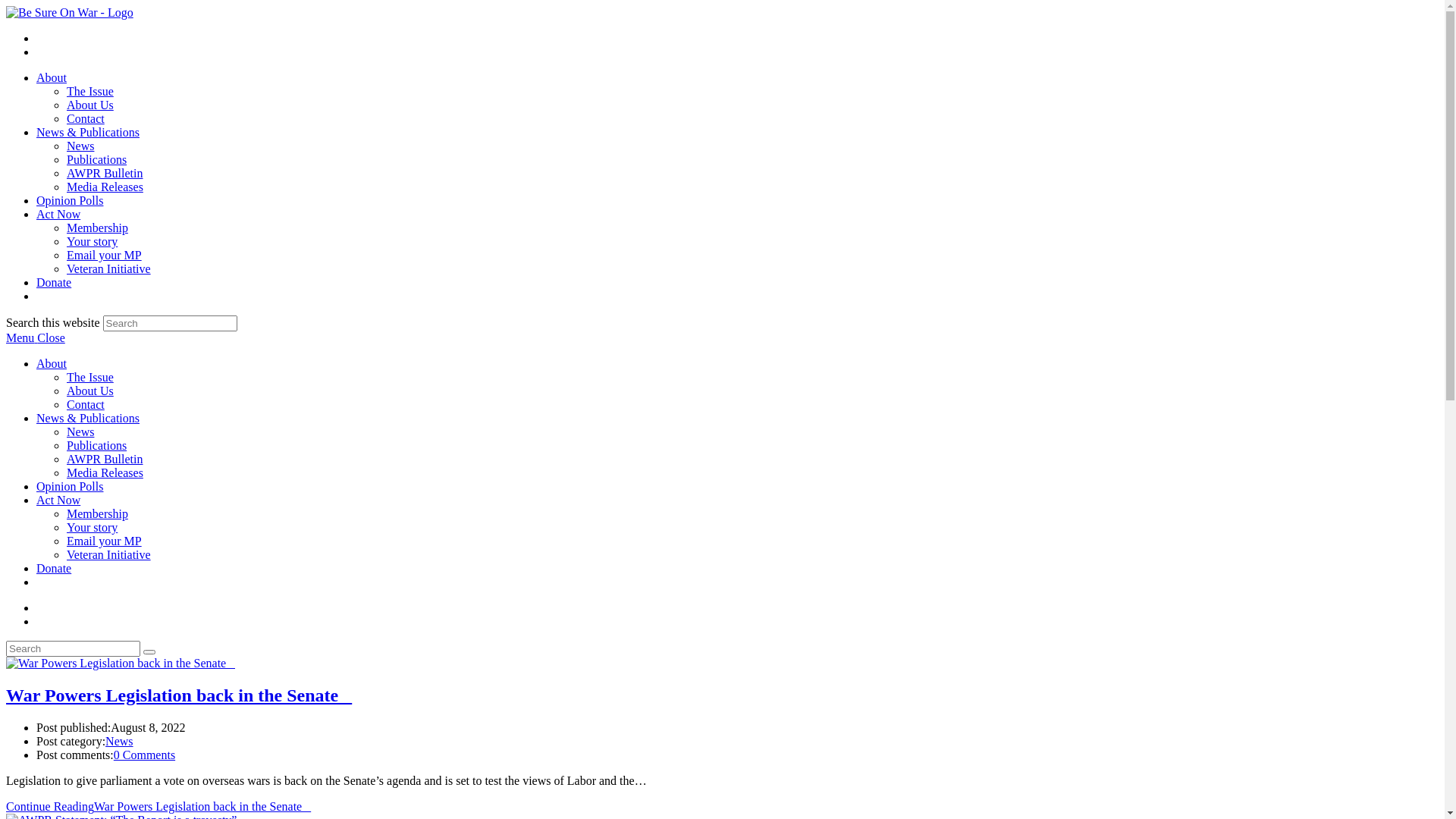 The width and height of the screenshot is (1456, 819). Describe the element at coordinates (54, 282) in the screenshot. I see `'Donate'` at that location.